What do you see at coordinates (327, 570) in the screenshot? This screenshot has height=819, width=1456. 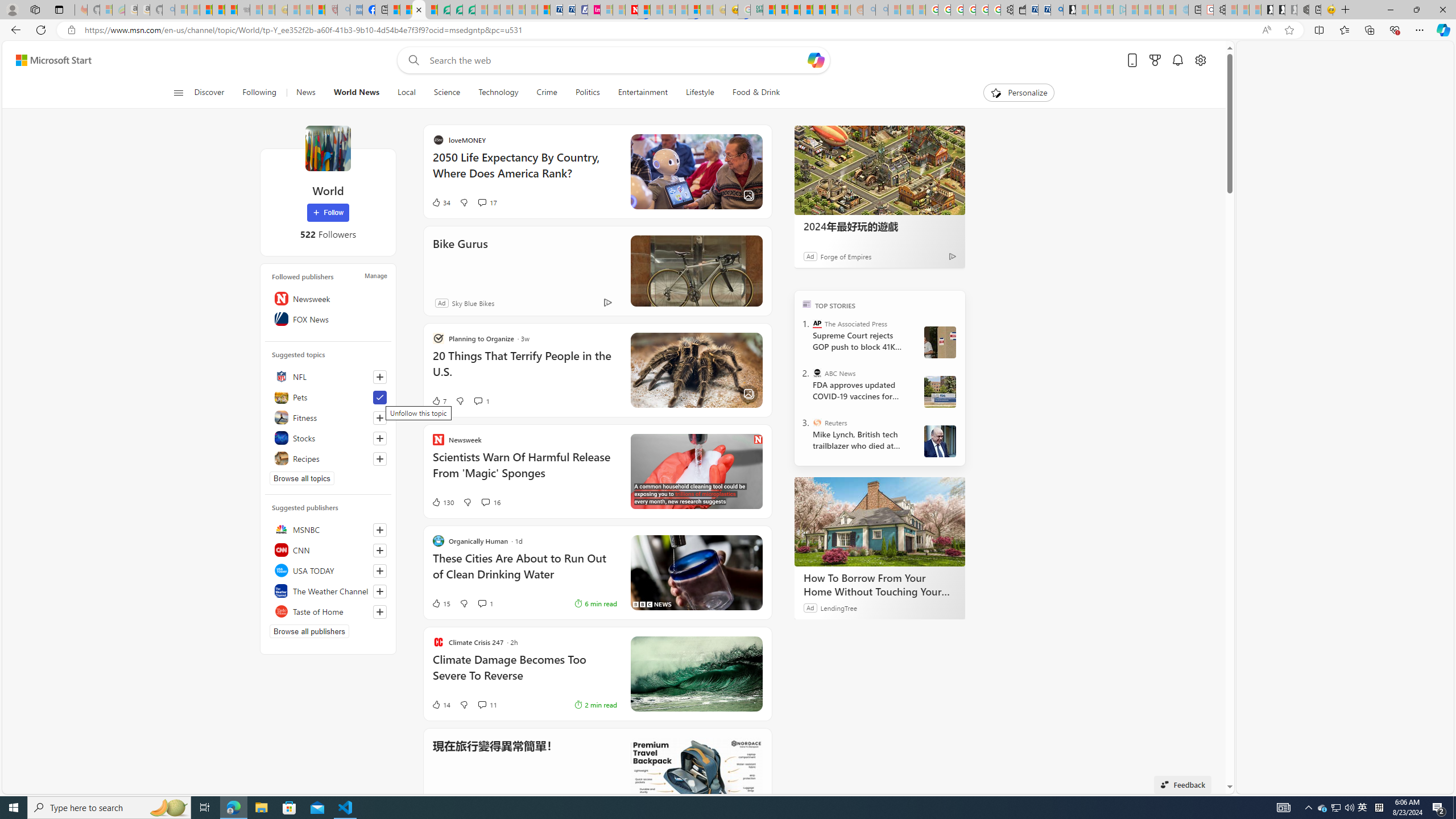 I see `'USA TODAY'` at bounding box center [327, 570].